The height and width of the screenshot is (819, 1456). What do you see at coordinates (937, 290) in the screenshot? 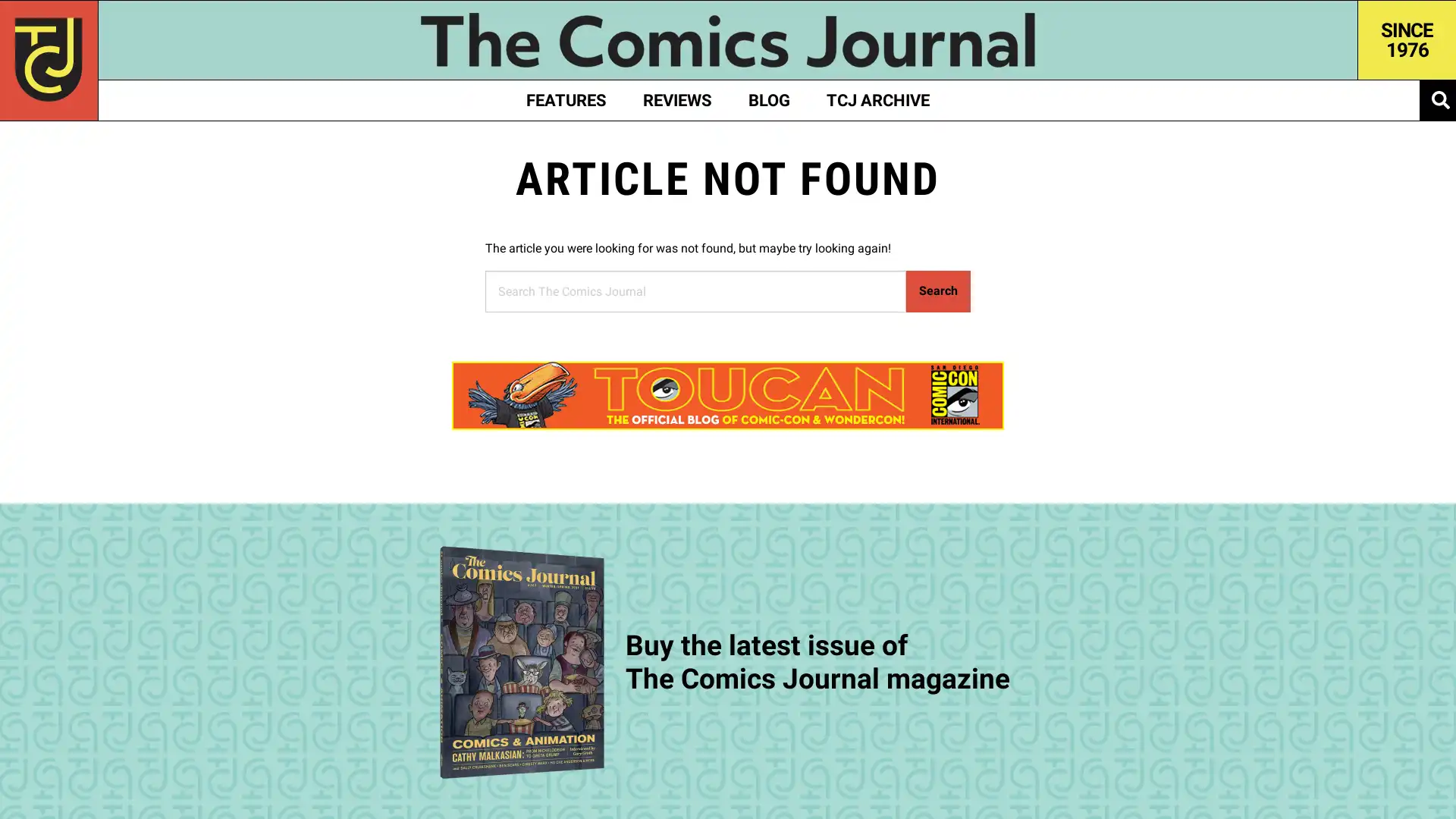
I see `Search` at bounding box center [937, 290].